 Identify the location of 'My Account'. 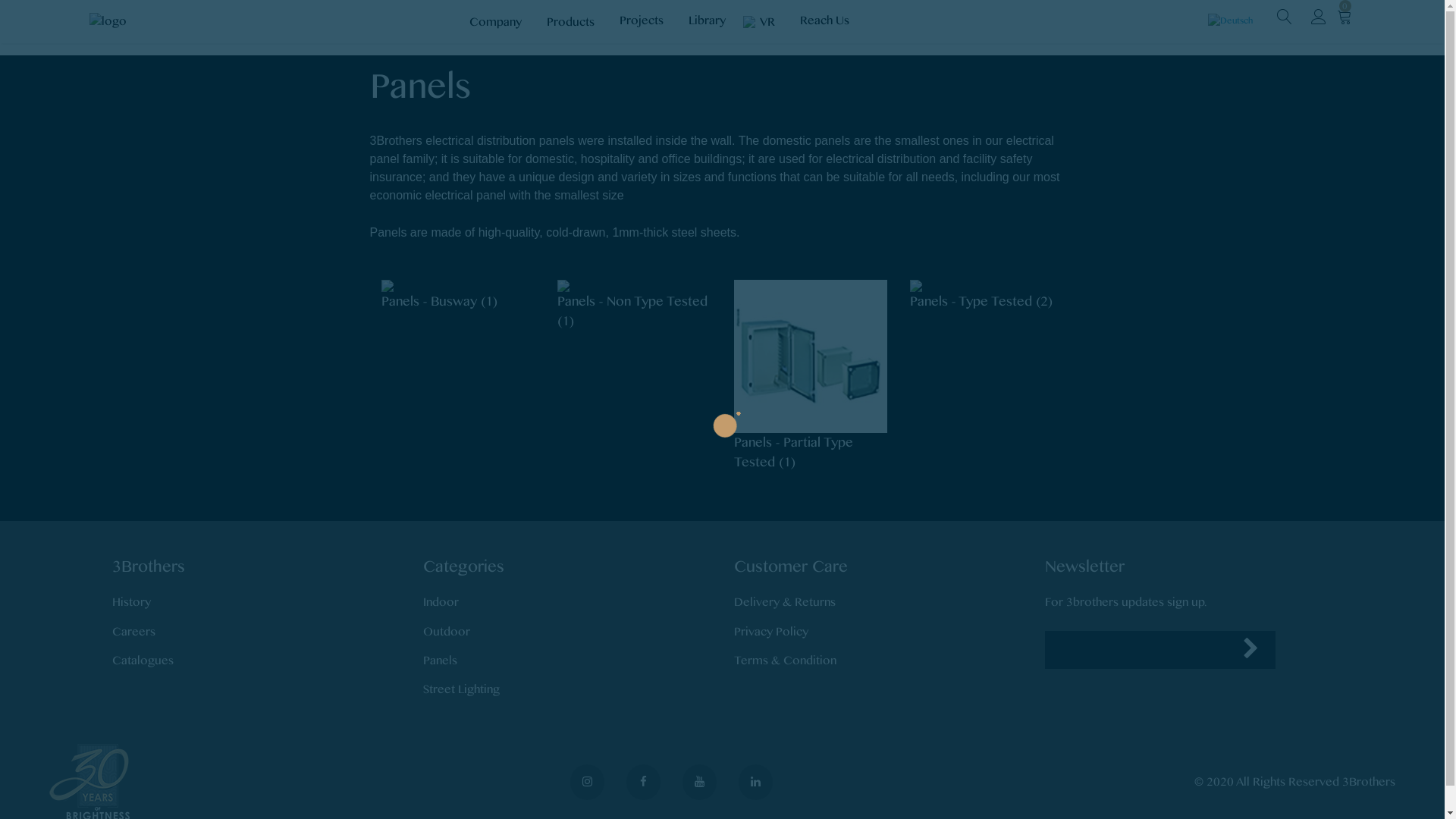
(1316, 18).